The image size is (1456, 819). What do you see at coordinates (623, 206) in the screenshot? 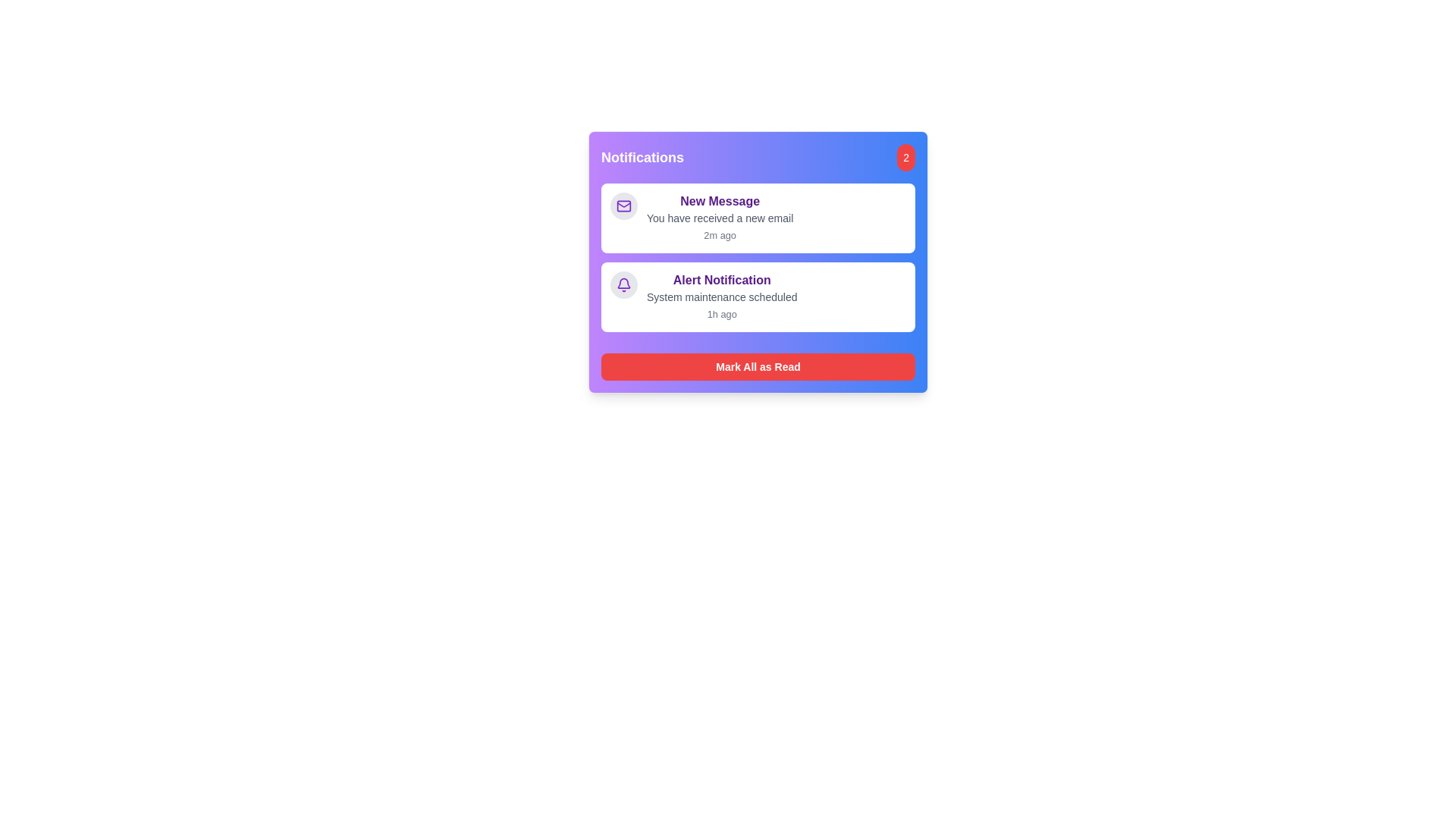
I see `the new mail notification icon located in the upper half of the notifications panel, which has a circular gray background and is positioned to the left of the 'New Message' notification entry` at bounding box center [623, 206].